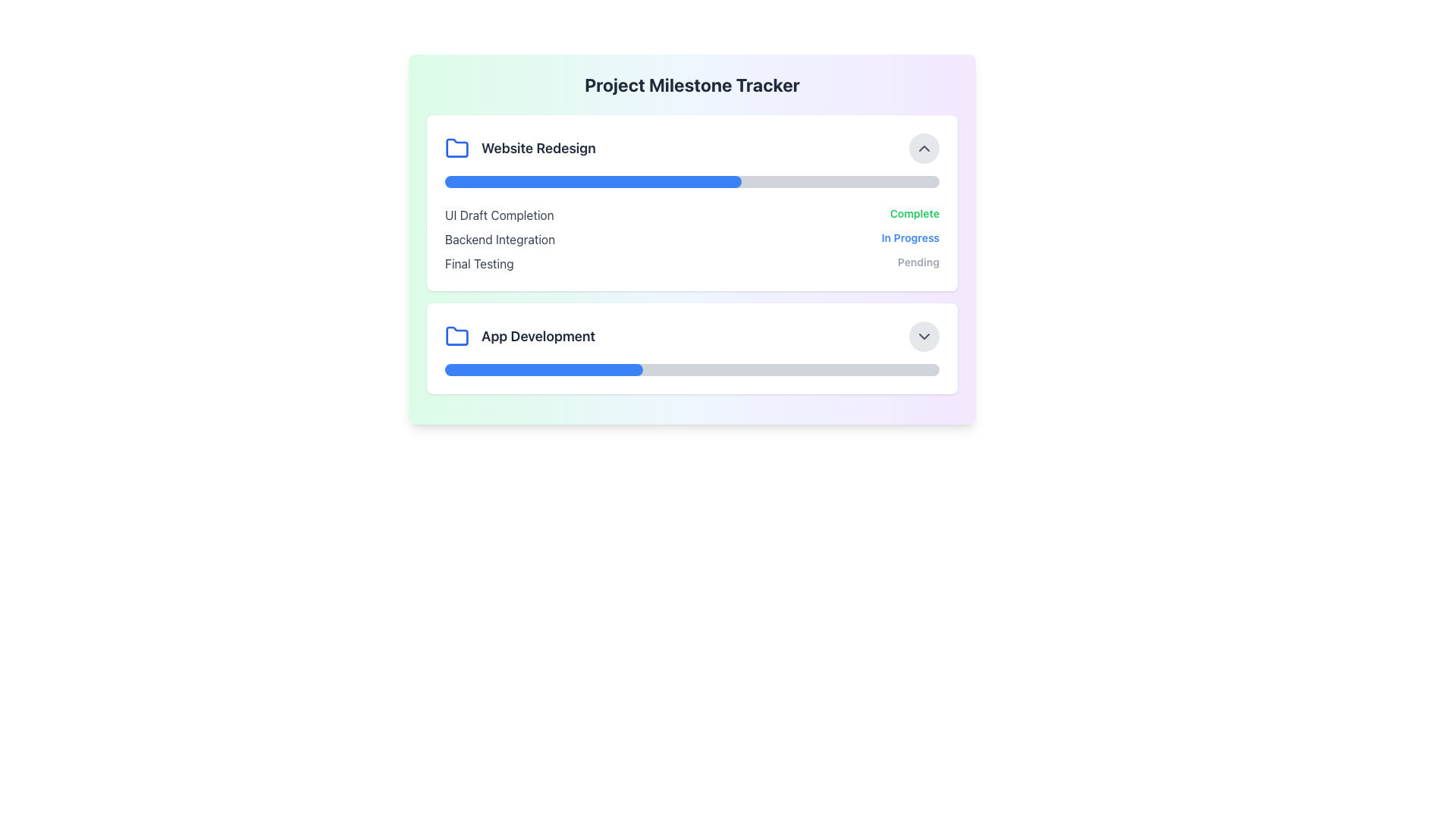 Image resolution: width=1456 pixels, height=819 pixels. Describe the element at coordinates (910, 239) in the screenshot. I see `the text label displaying 'In Progress', which is a small-sized, bold, blue font located to the right of the 'Backend Integration' task summary` at that location.